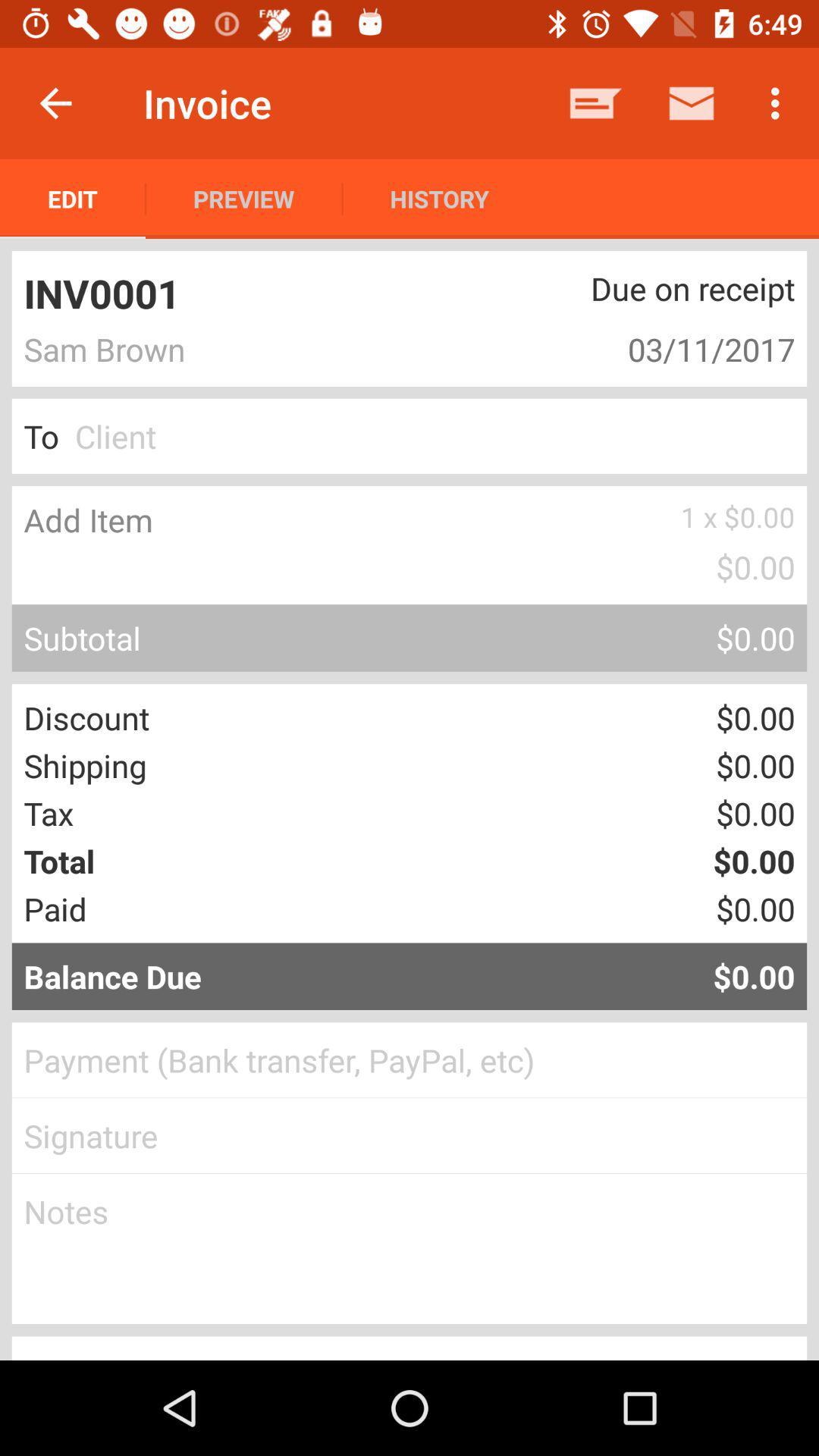  I want to click on history item, so click(439, 198).